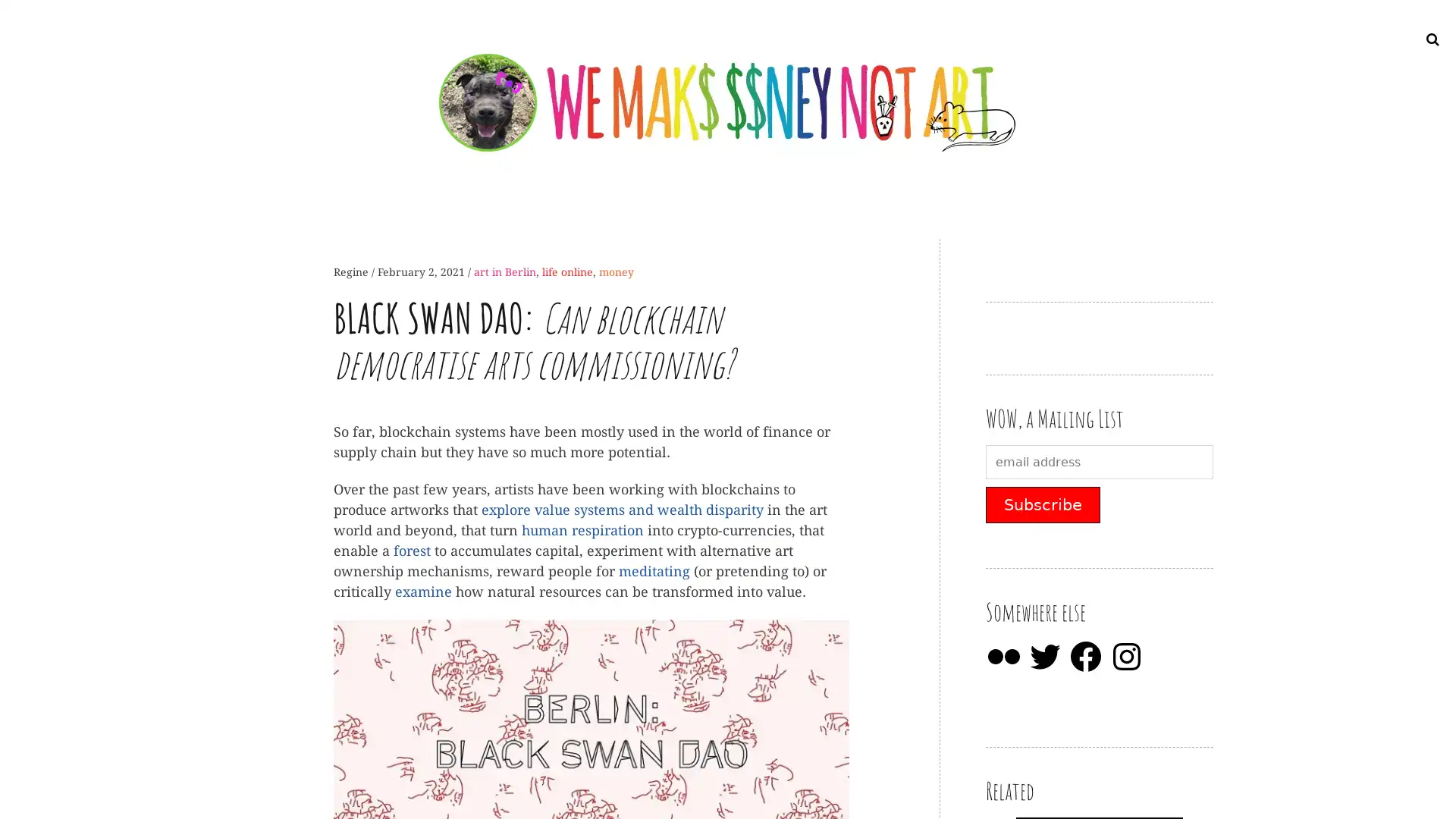  Describe the element at coordinates (1042, 505) in the screenshot. I see `Subscribe` at that location.